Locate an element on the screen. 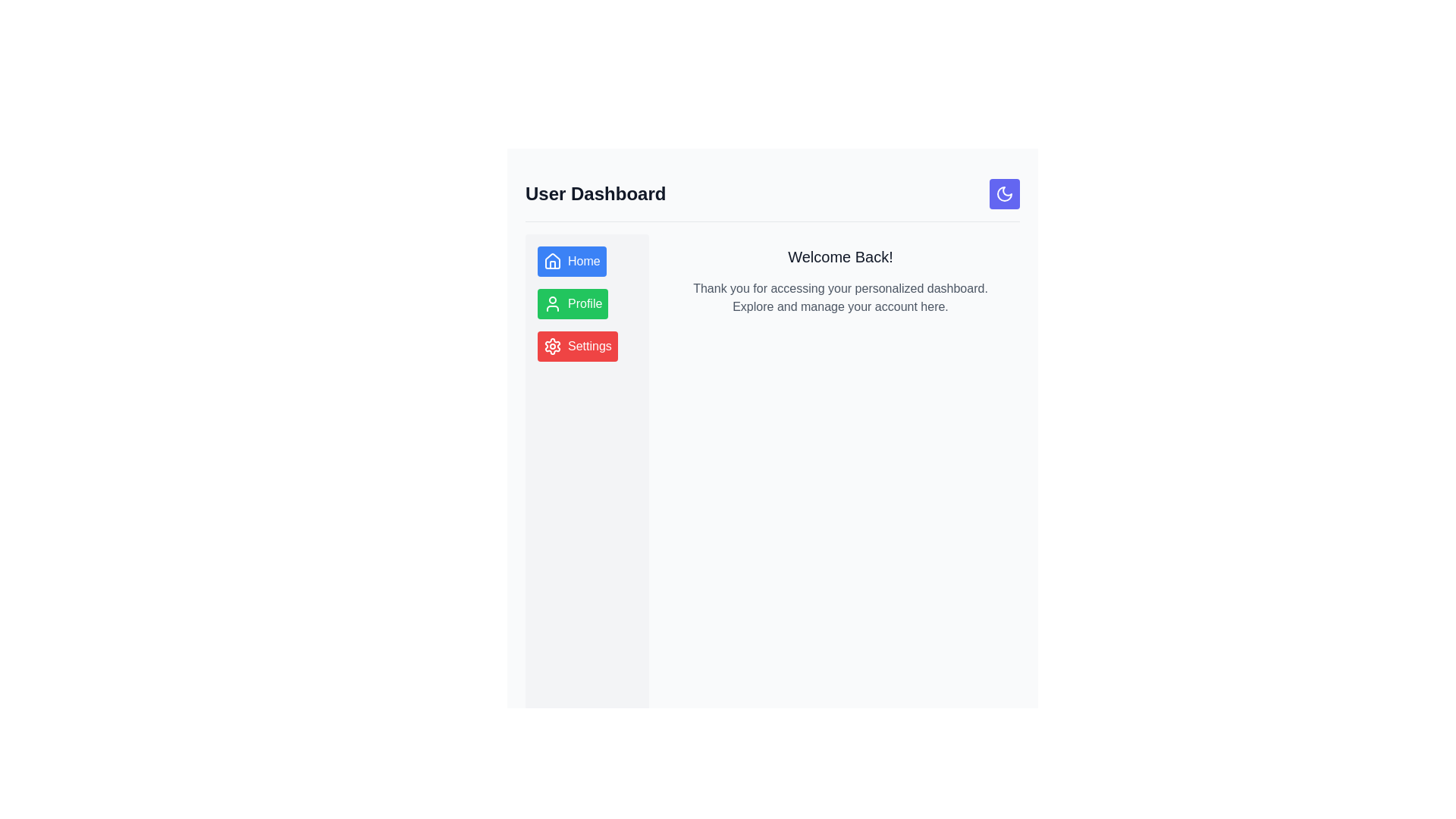  the 'Profile' button, which has a green background and white text is located at coordinates (572, 304).